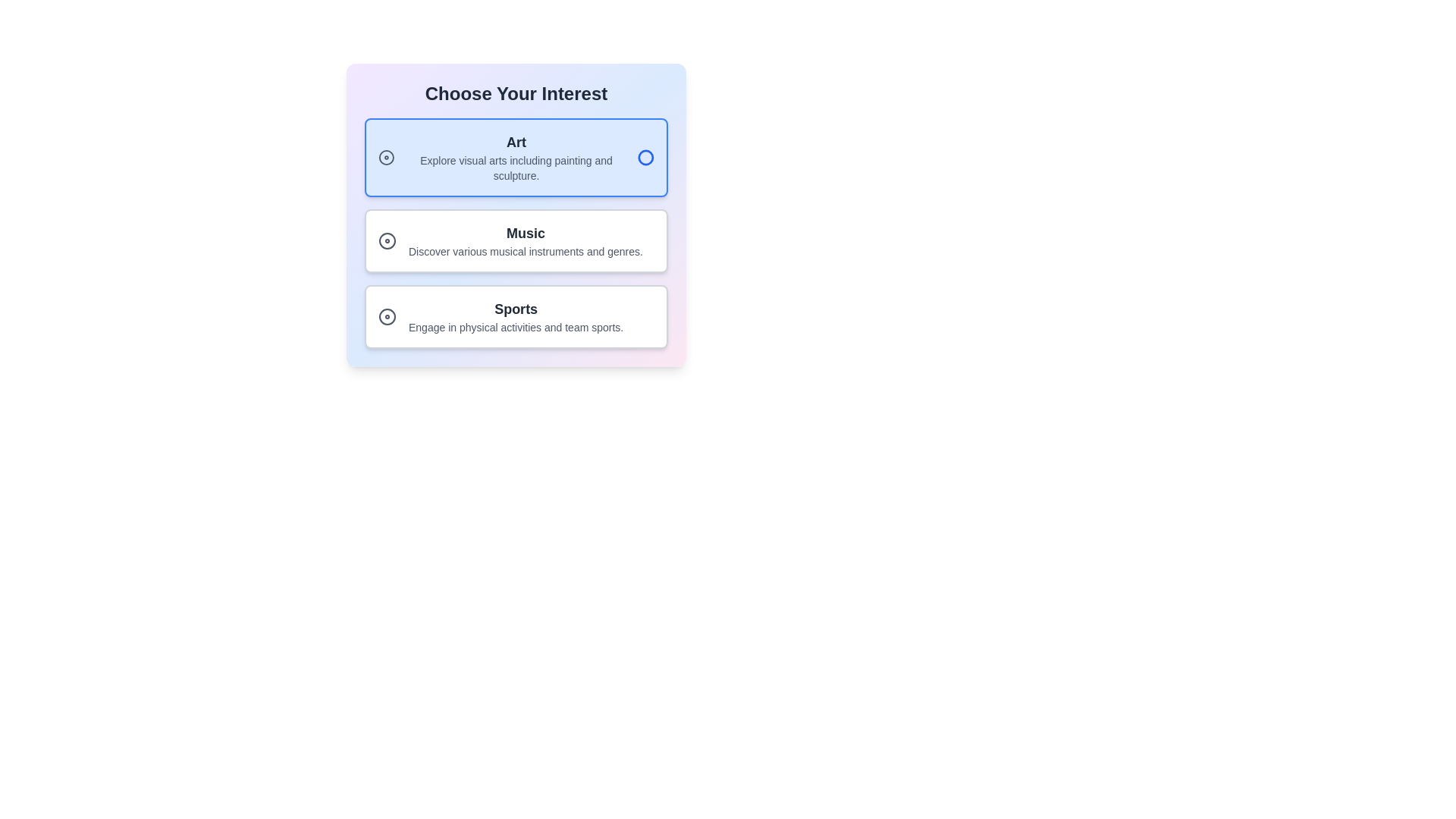 Image resolution: width=1456 pixels, height=819 pixels. I want to click on the text label that reads 'Discover various musical instruments and genres.' which is positioned directly beneath the 'Music' heading in the 'Choose Your Interest' list, so click(526, 250).